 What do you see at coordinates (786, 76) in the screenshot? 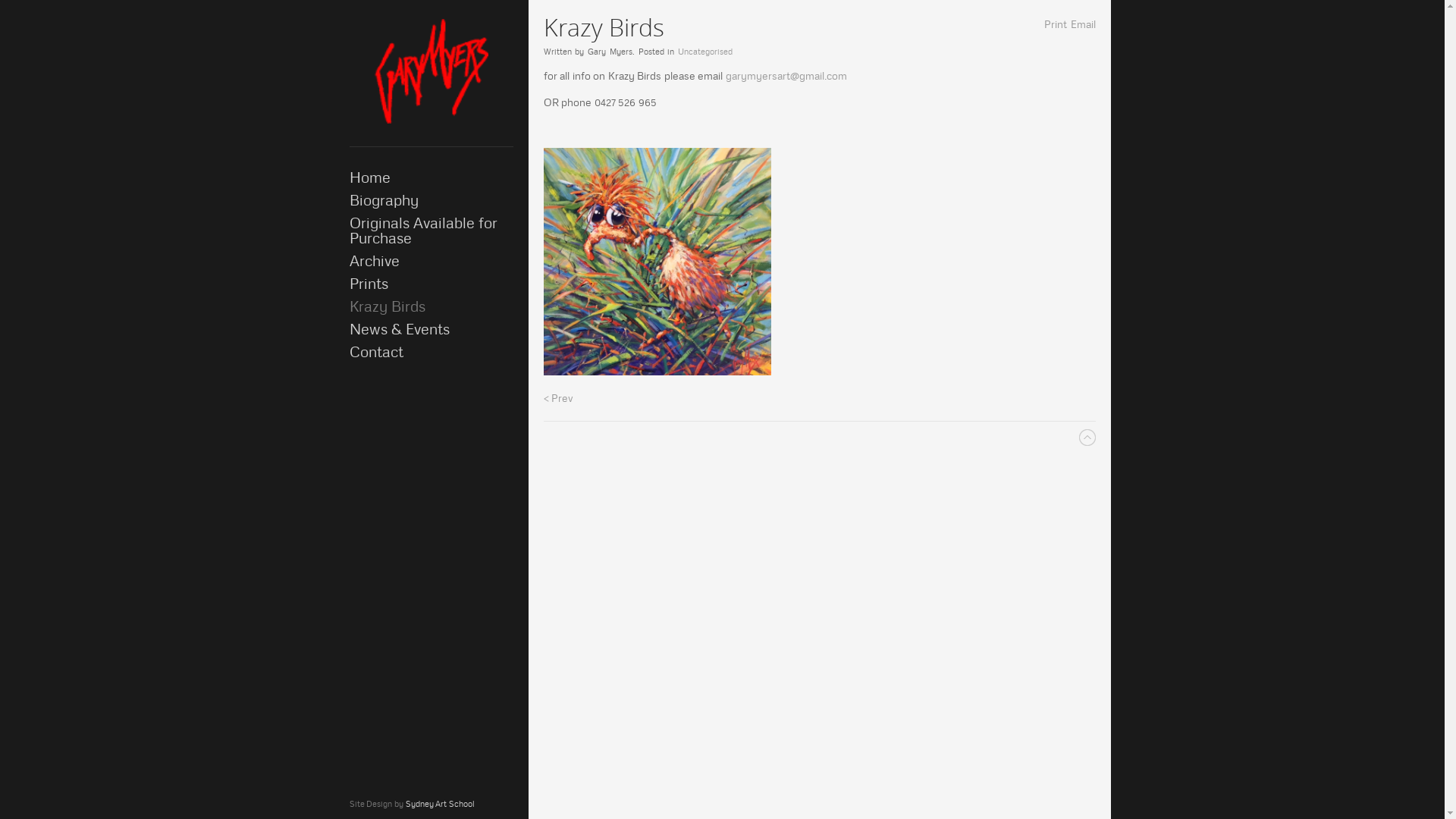
I see `'garymyersart@gmail.com'` at bounding box center [786, 76].